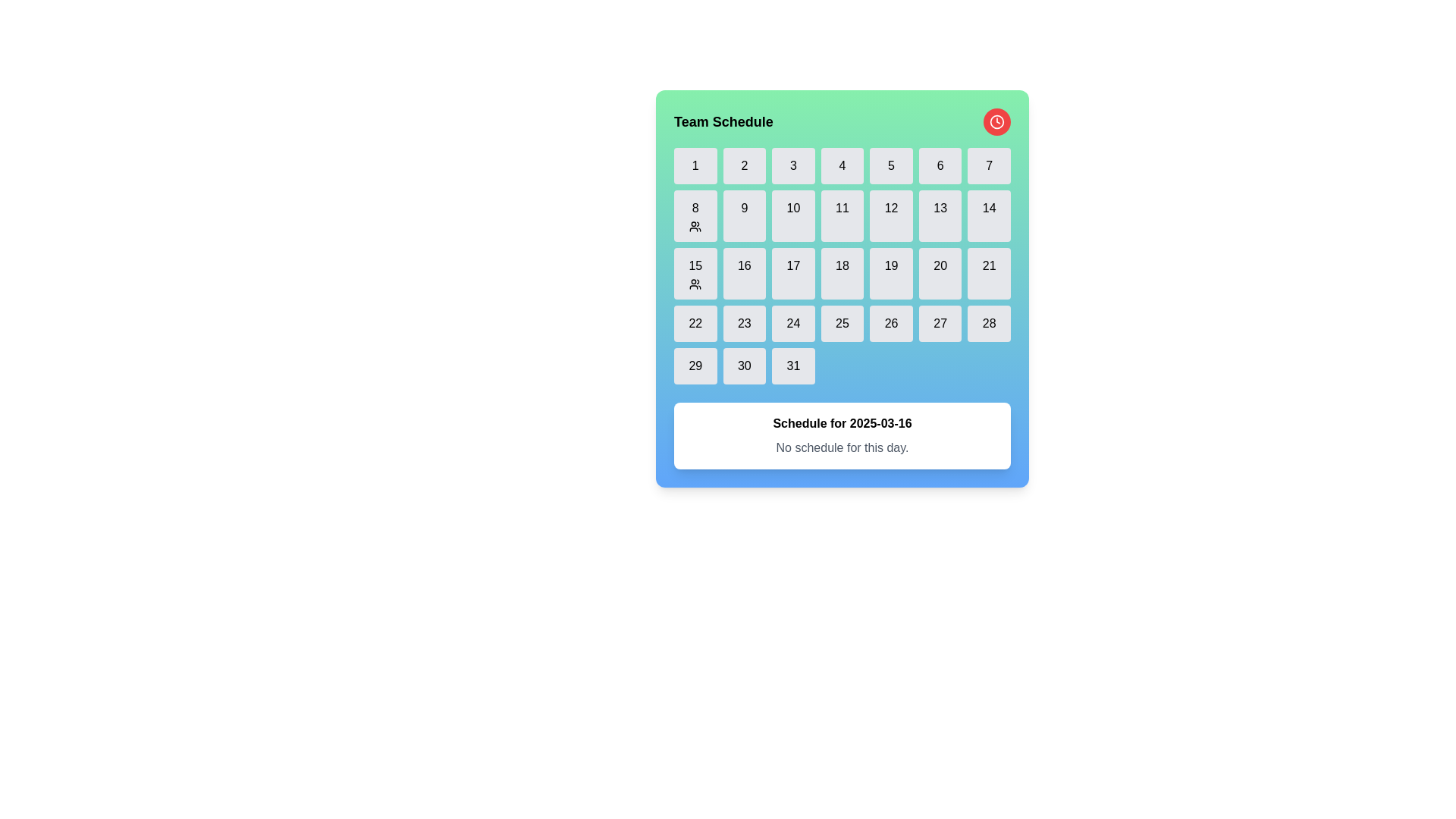 The image size is (1456, 819). Describe the element at coordinates (744, 166) in the screenshot. I see `the rounded light gray button labeled '2'` at that location.